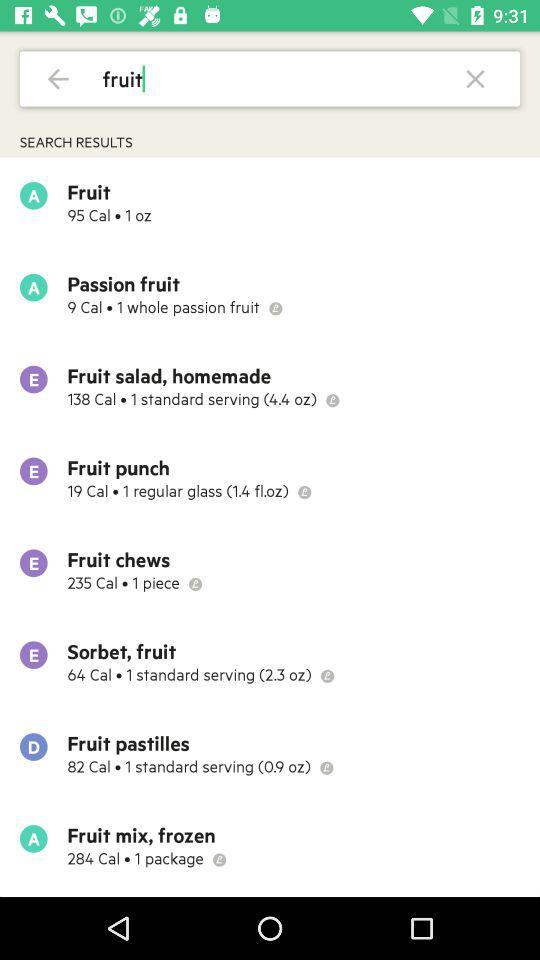  What do you see at coordinates (58, 78) in the screenshot?
I see `the arrow_backward icon` at bounding box center [58, 78].